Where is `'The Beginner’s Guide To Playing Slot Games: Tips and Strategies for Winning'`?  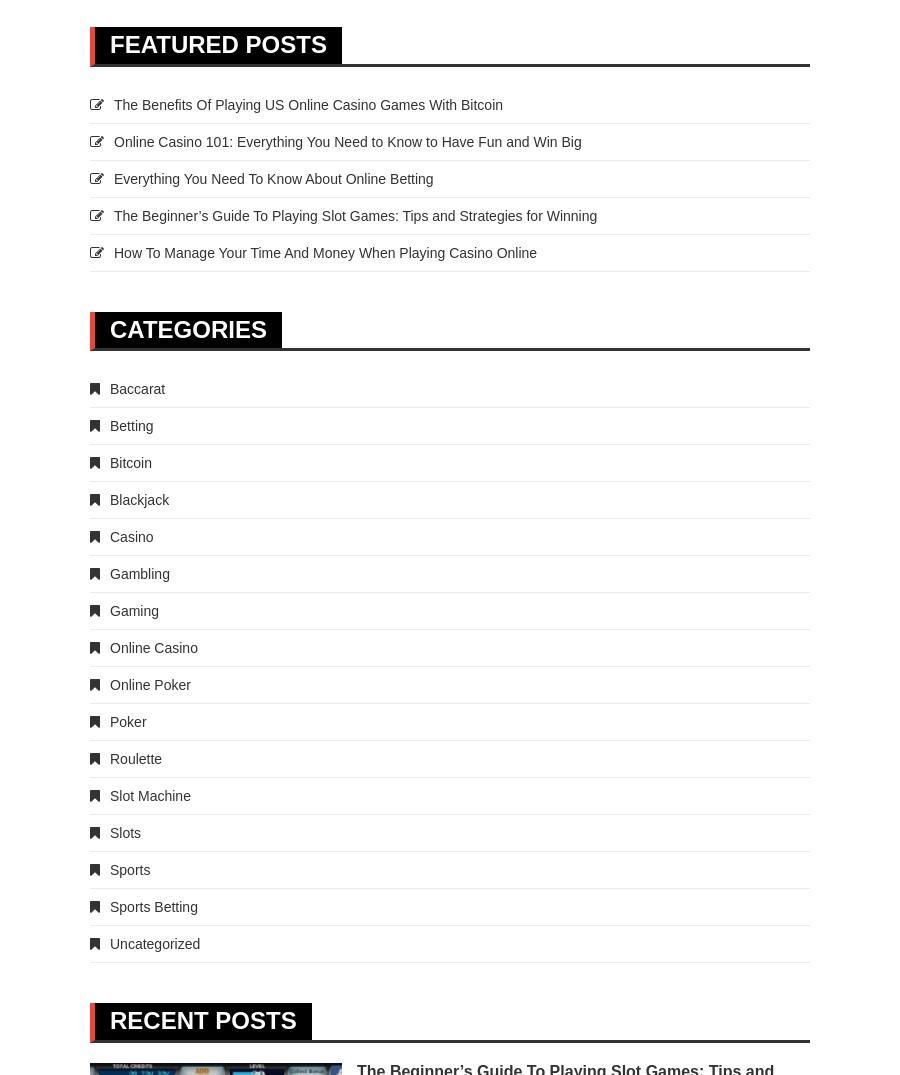
'The Beginner’s Guide To Playing Slot Games: Tips and Strategies for Winning' is located at coordinates (114, 213).